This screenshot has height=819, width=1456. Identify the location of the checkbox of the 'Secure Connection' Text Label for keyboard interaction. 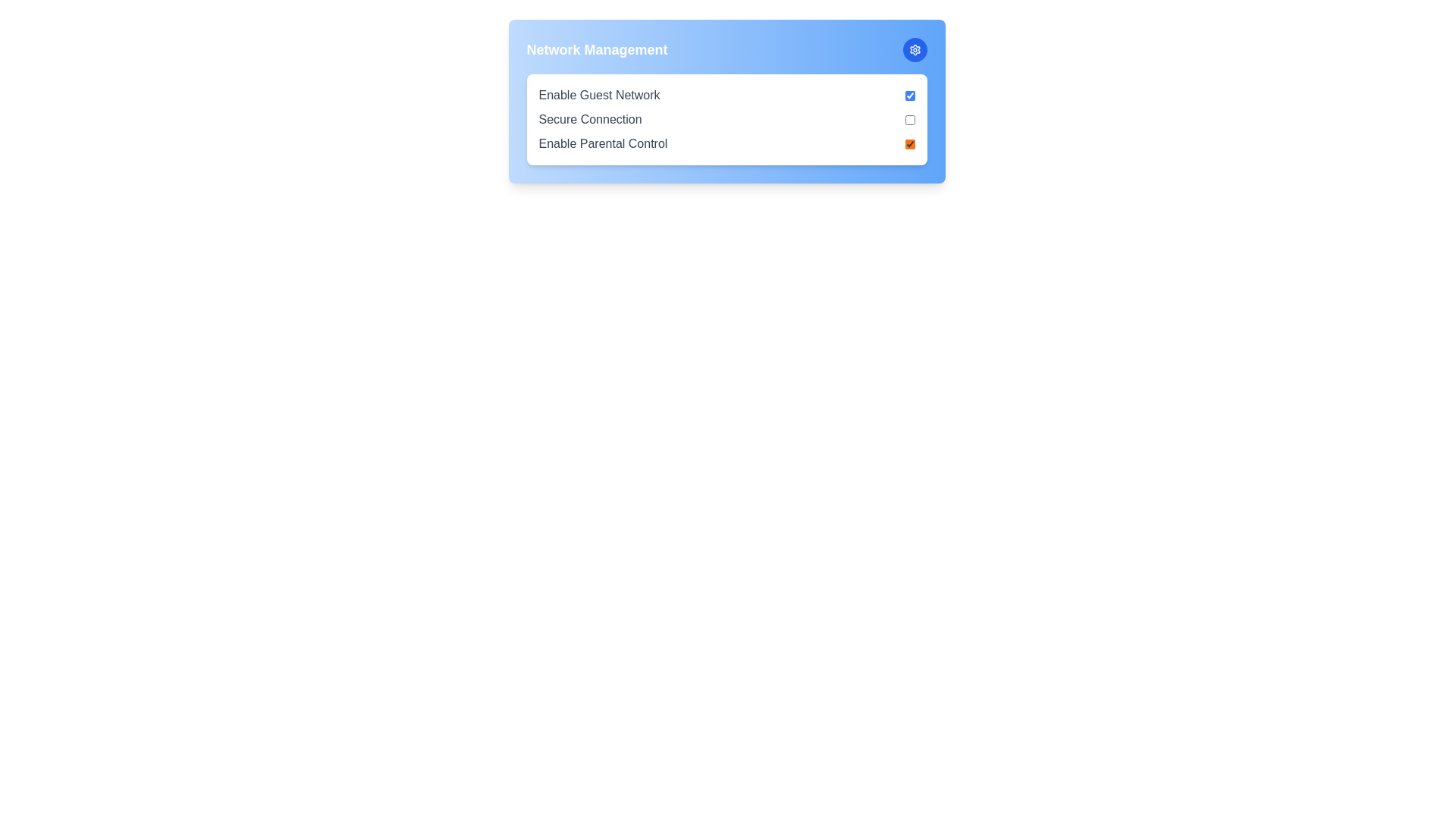
(726, 119).